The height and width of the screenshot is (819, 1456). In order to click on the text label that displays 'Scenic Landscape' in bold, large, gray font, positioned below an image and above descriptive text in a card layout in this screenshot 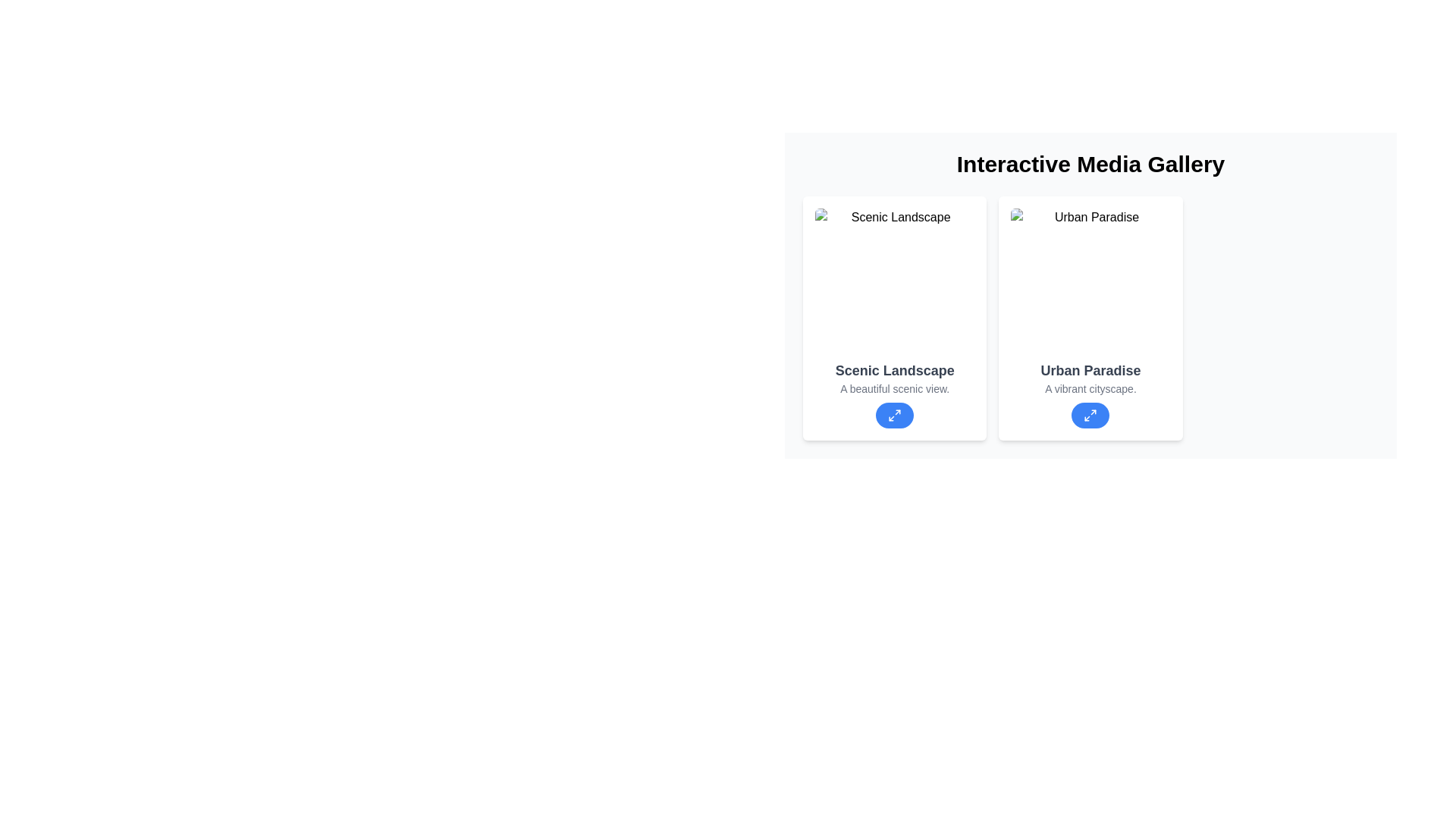, I will do `click(895, 371)`.